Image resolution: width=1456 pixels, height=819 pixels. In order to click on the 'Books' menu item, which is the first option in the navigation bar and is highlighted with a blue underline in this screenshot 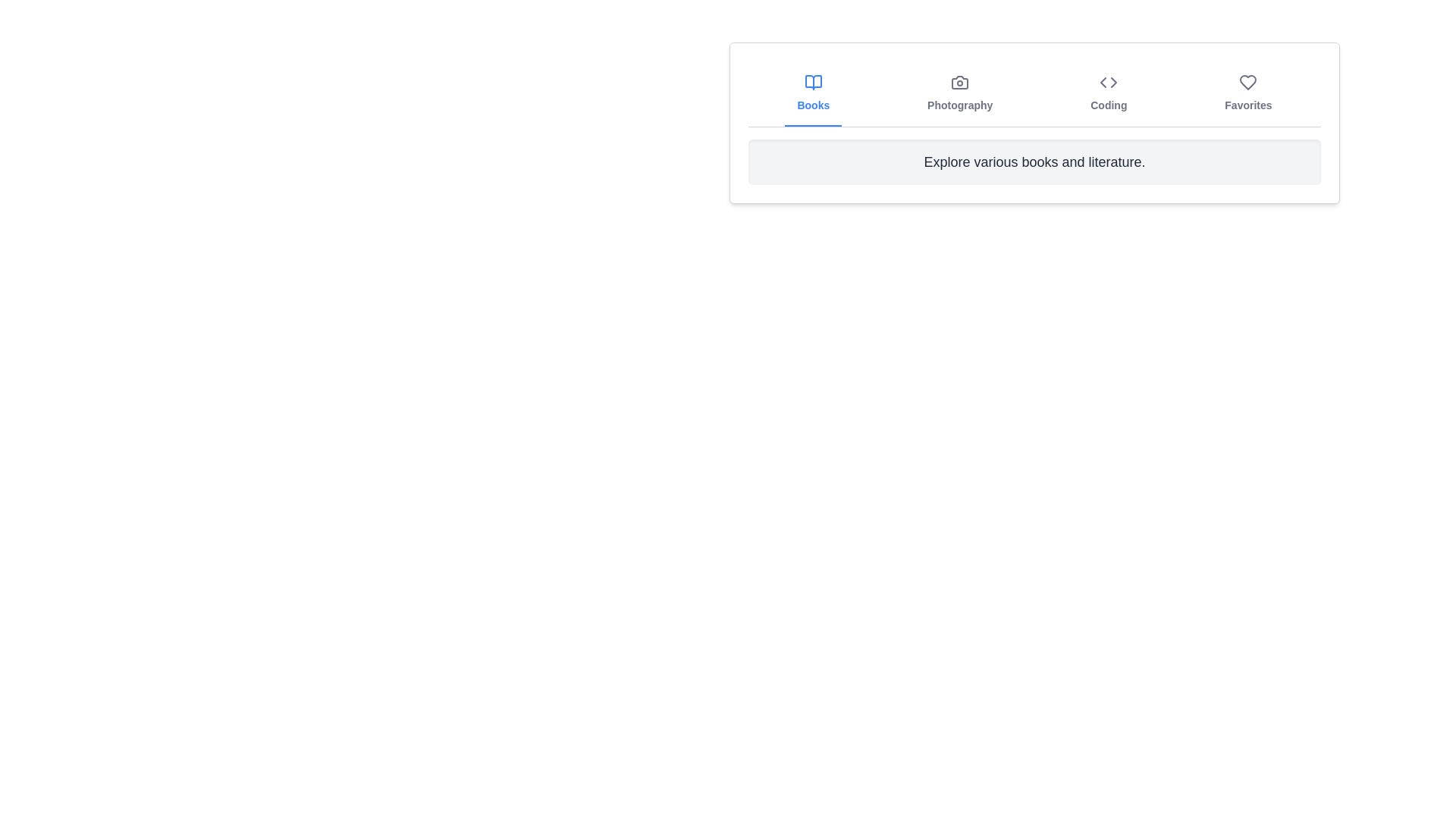, I will do `click(812, 93)`.